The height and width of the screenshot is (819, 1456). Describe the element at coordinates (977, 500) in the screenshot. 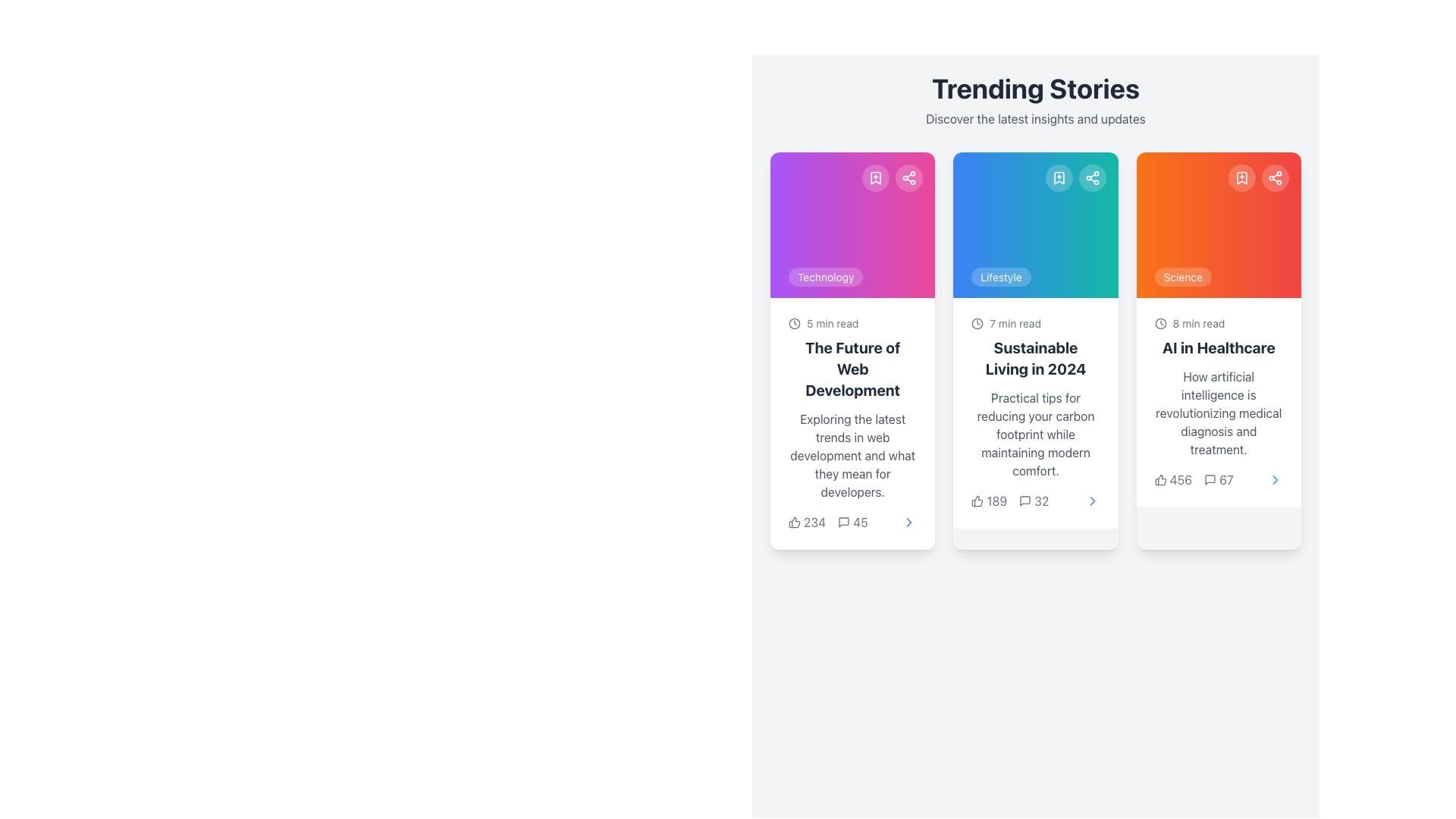

I see `the thumbs-up icon, which is a simplistic linear design located in the middle card under 'Trending Stories', adjacent to the numeric label '189'` at that location.